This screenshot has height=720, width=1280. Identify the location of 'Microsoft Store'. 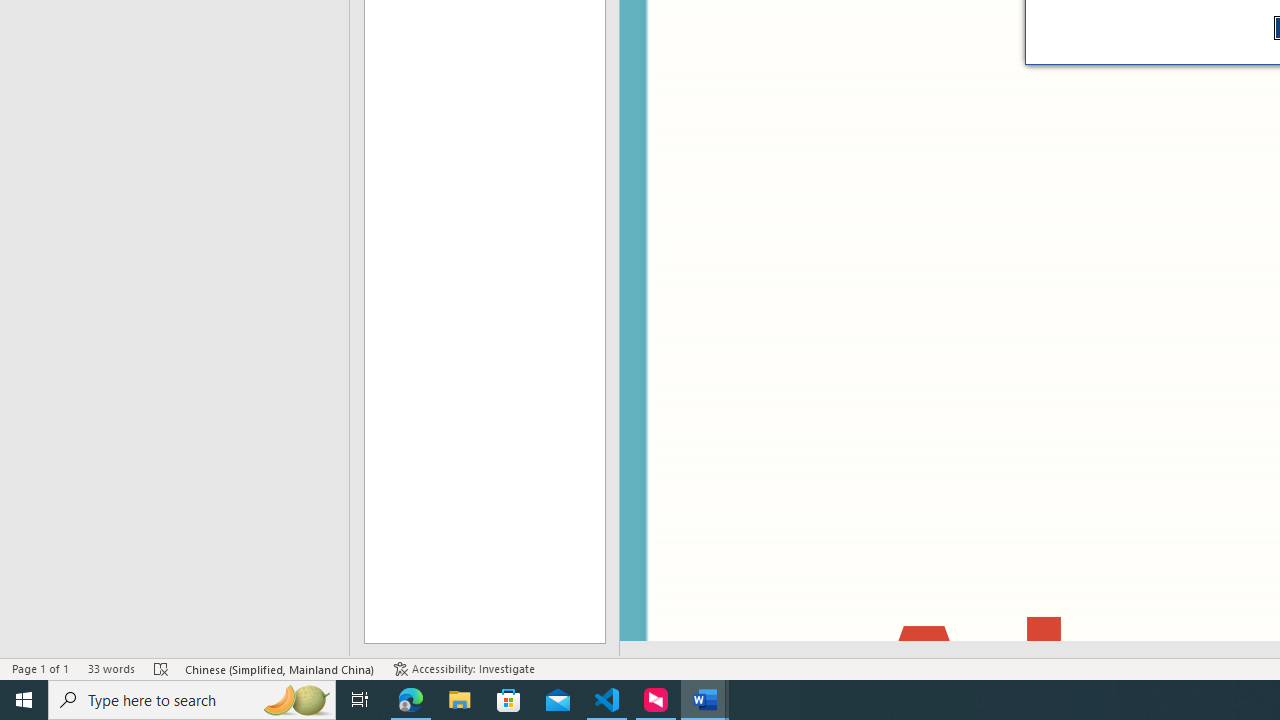
(509, 698).